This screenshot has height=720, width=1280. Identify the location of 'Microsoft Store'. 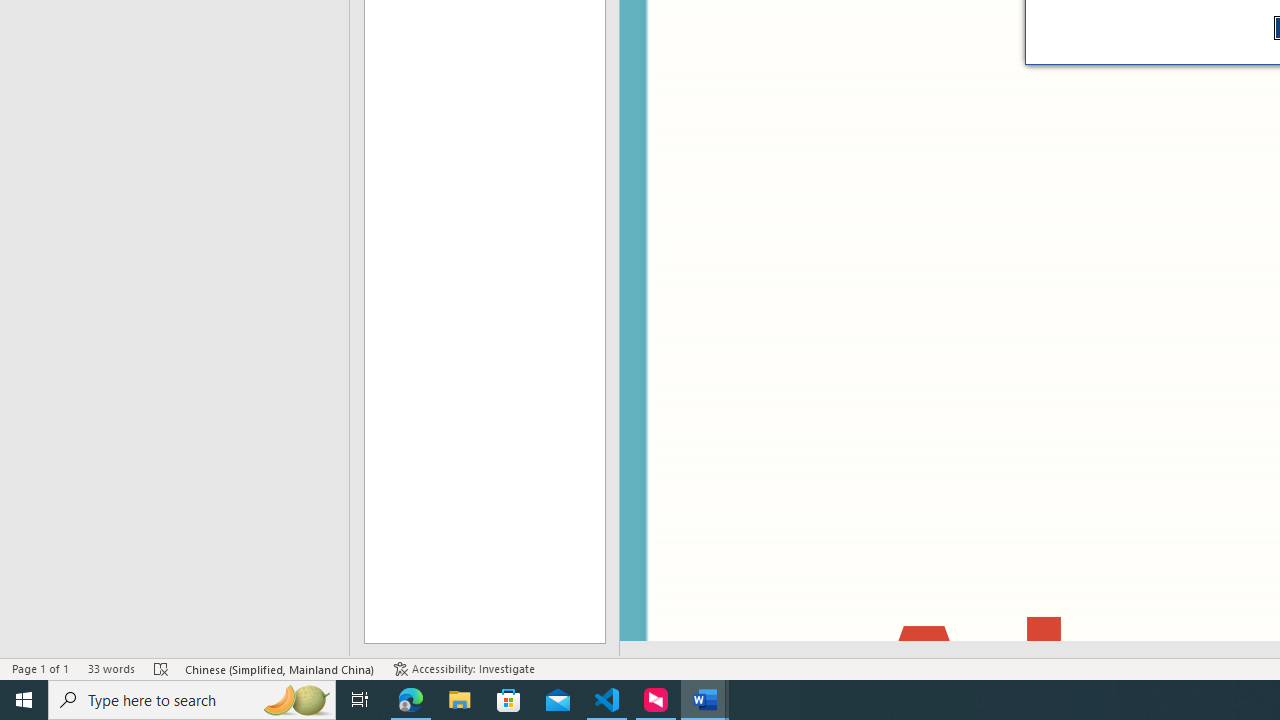
(509, 698).